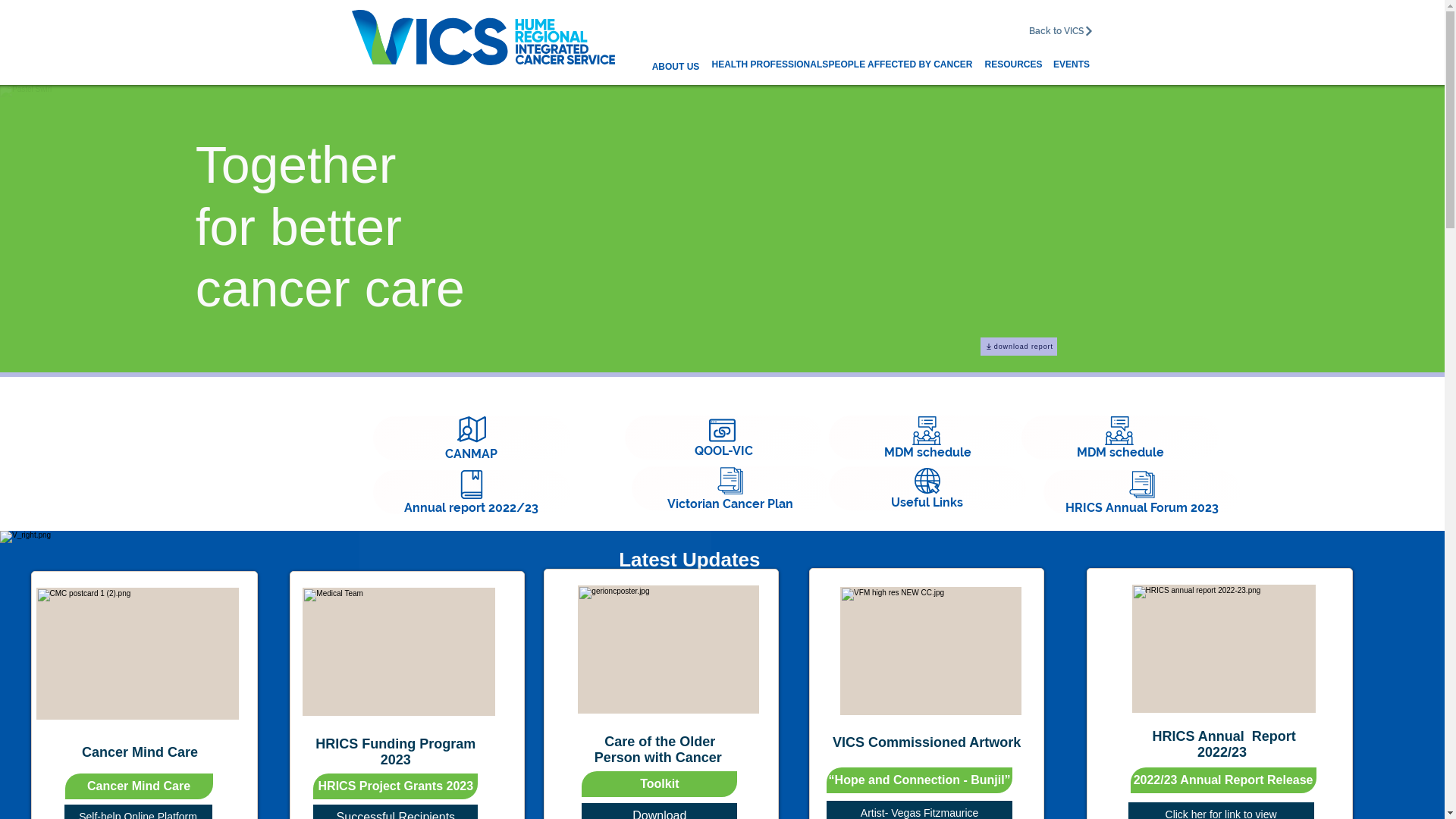 This screenshot has width=1456, height=819. What do you see at coordinates (926, 488) in the screenshot?
I see `'Useful Links'` at bounding box center [926, 488].